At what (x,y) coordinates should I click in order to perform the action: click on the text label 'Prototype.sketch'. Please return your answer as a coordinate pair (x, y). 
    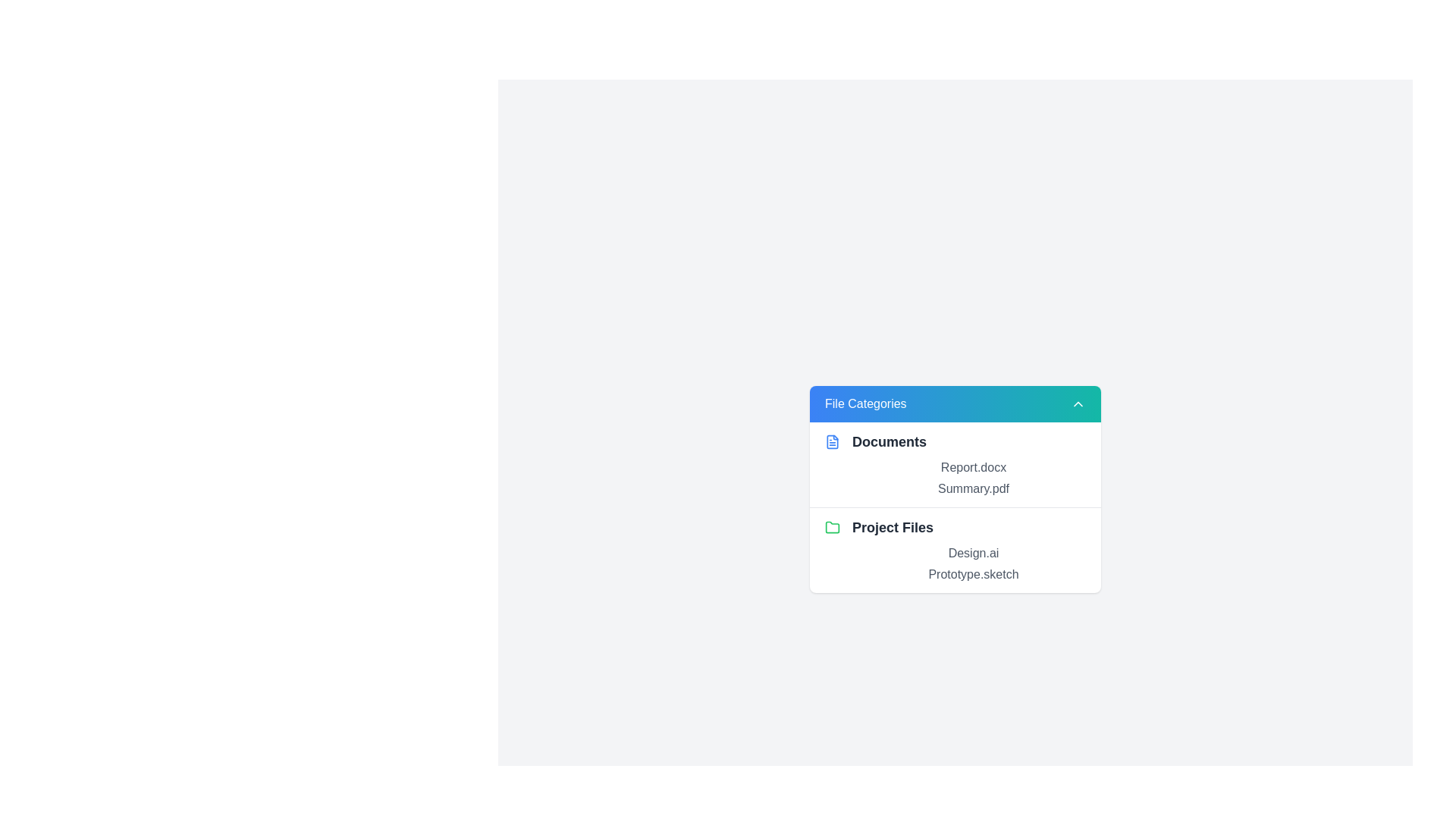
    Looking at the image, I should click on (973, 573).